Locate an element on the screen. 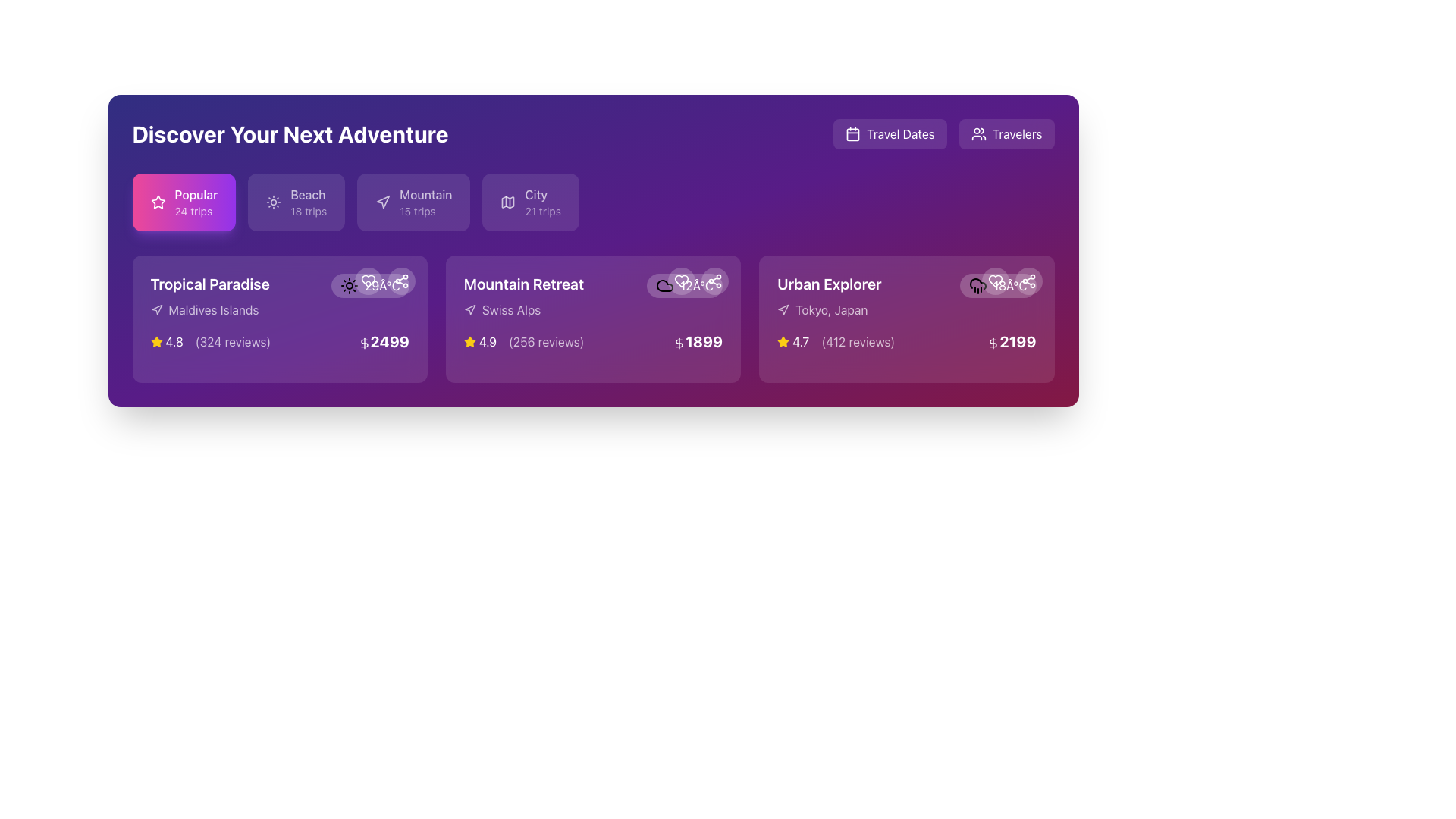  the decorative rectangle inside the calendar icon located near the top-right corner of the interface next to the 'Travel Dates' label is located at coordinates (853, 133).